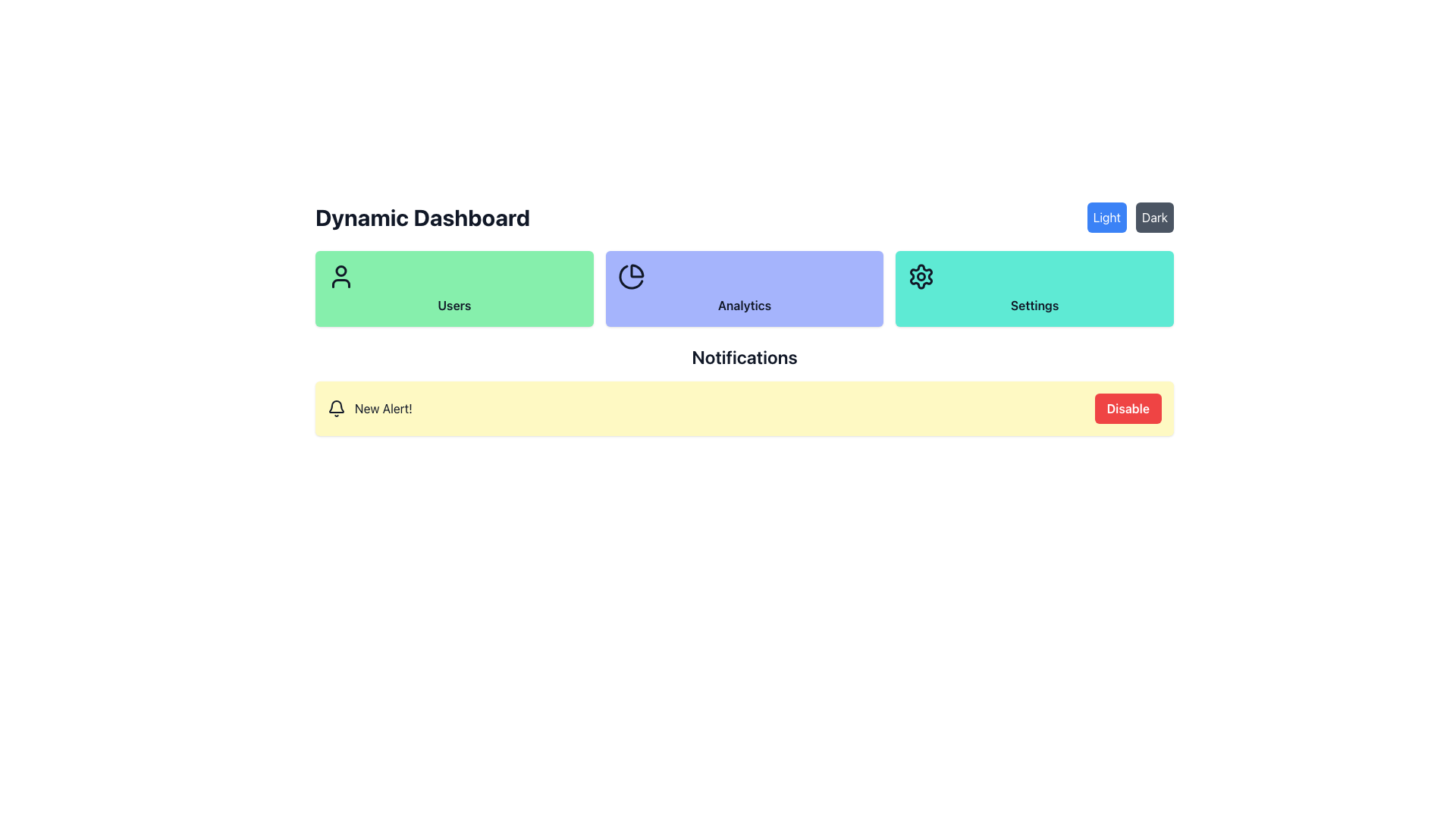  What do you see at coordinates (921, 277) in the screenshot?
I see `the gear icon located at the far right of the utility buttons row` at bounding box center [921, 277].